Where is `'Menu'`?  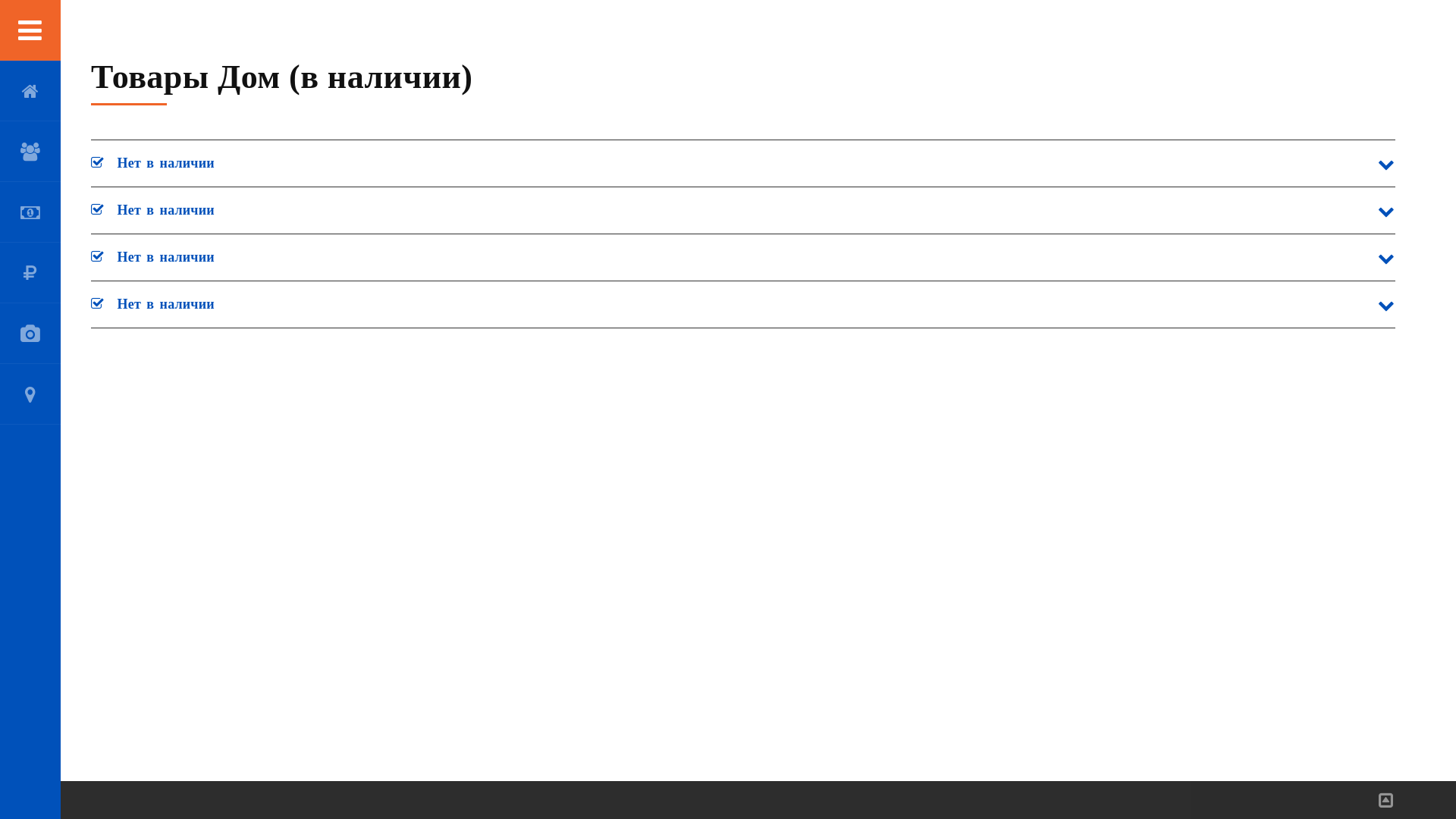 'Menu' is located at coordinates (30, 30).